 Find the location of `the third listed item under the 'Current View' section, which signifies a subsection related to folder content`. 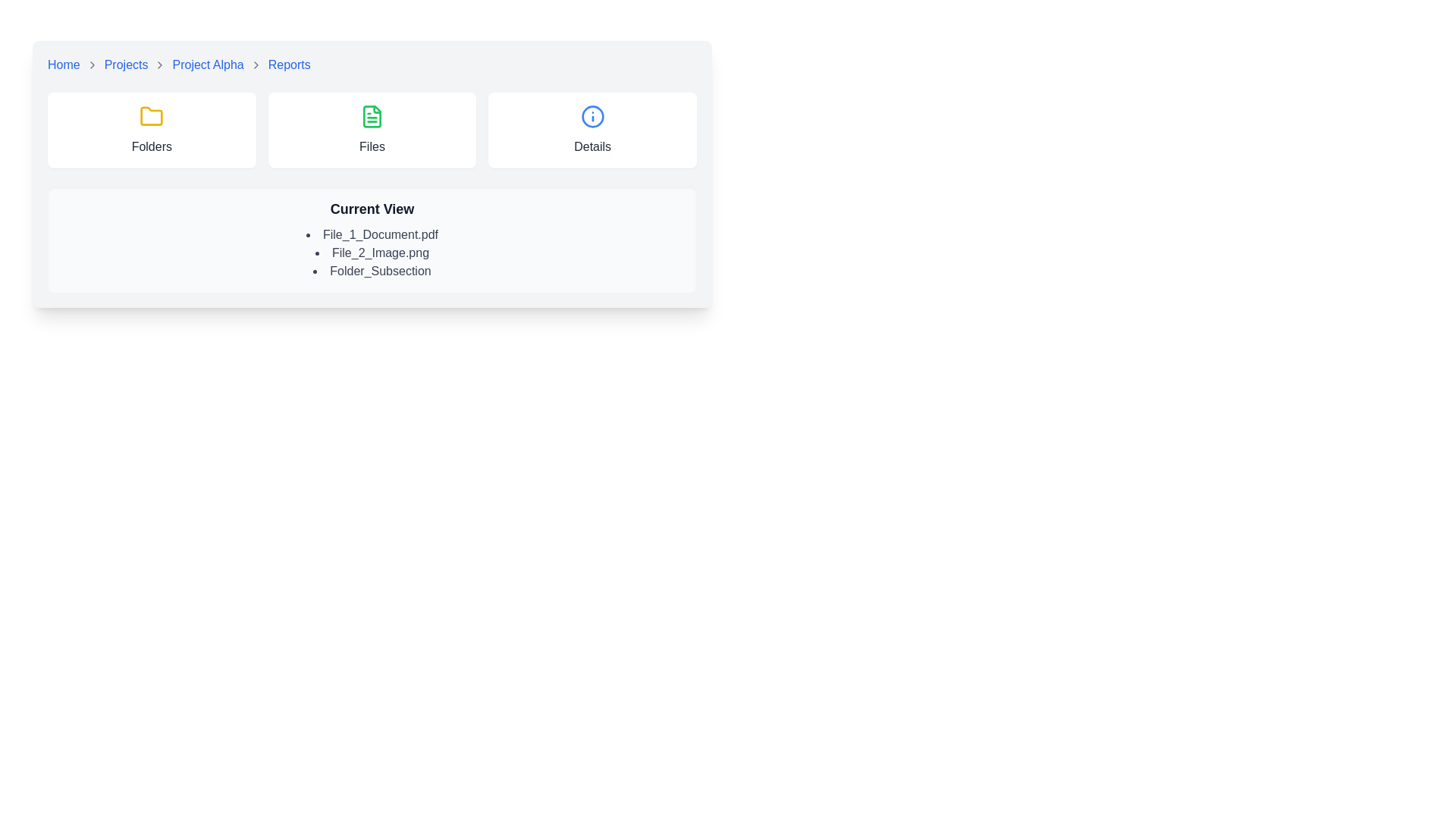

the third listed item under the 'Current View' section, which signifies a subsection related to folder content is located at coordinates (372, 271).